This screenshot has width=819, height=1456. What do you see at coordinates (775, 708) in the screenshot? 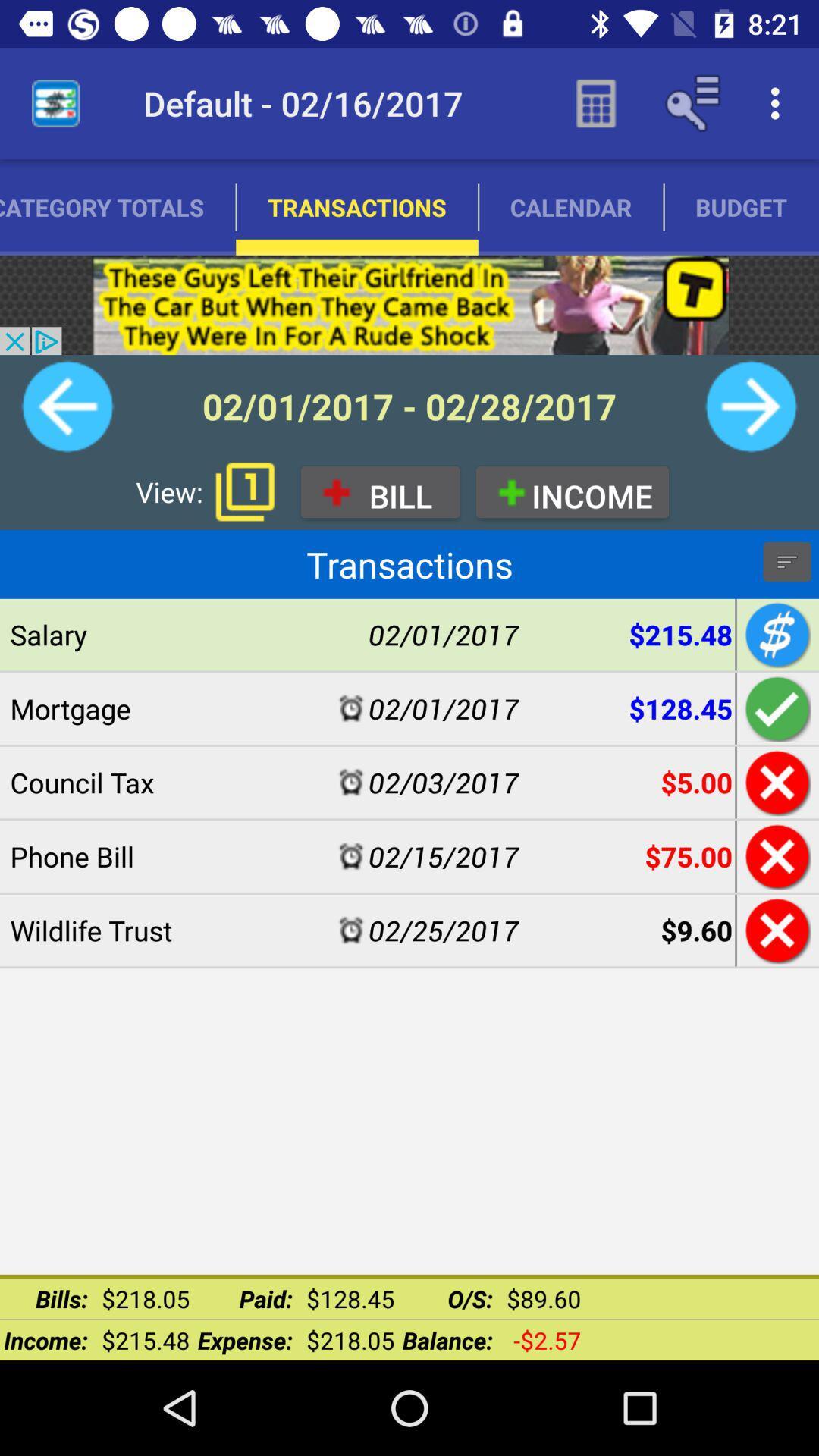
I see `add` at bounding box center [775, 708].